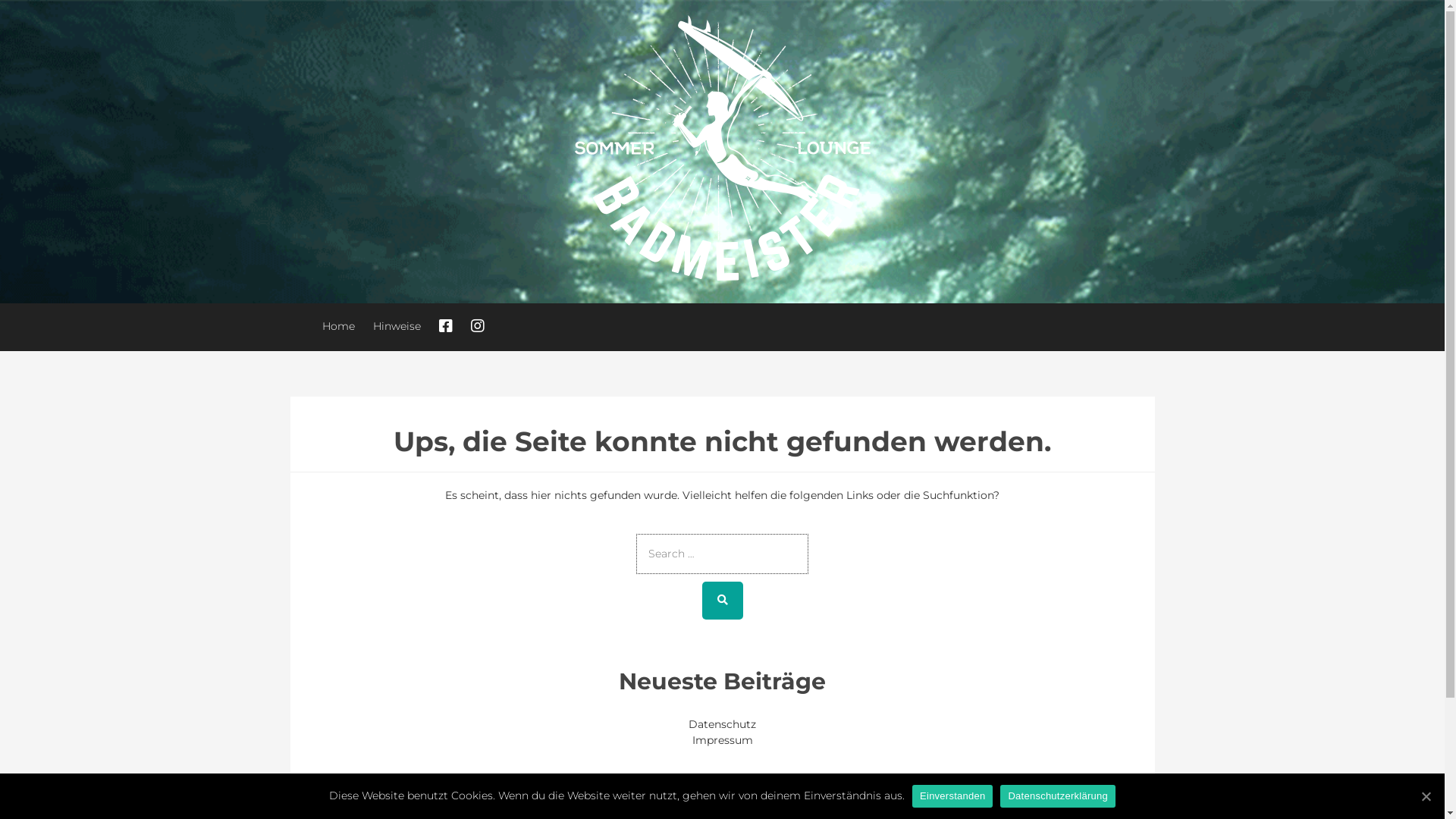  Describe the element at coordinates (721, 554) in the screenshot. I see `'Search for:'` at that location.